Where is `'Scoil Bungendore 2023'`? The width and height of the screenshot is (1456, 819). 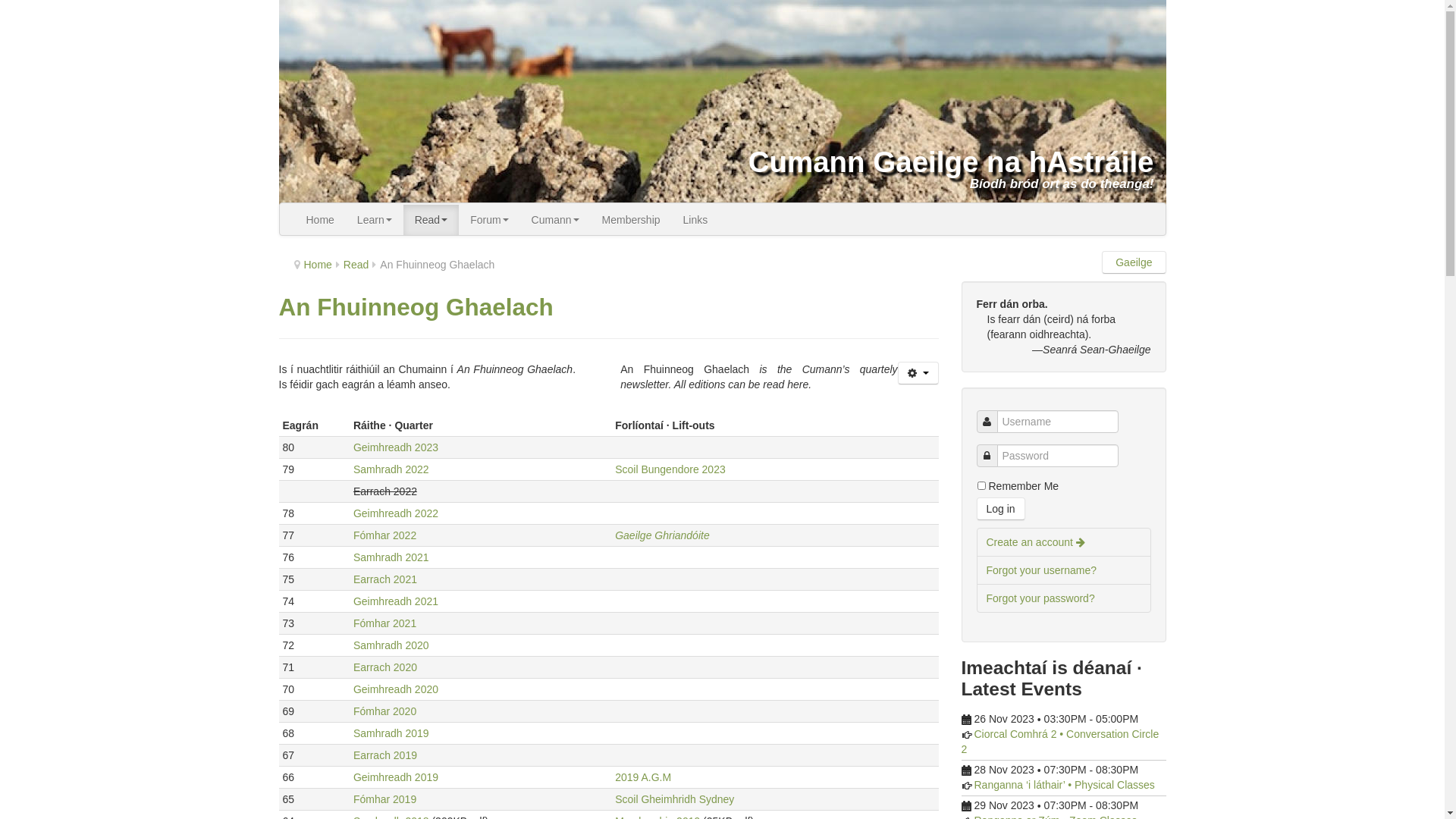
'Scoil Bungendore 2023' is located at coordinates (669, 468).